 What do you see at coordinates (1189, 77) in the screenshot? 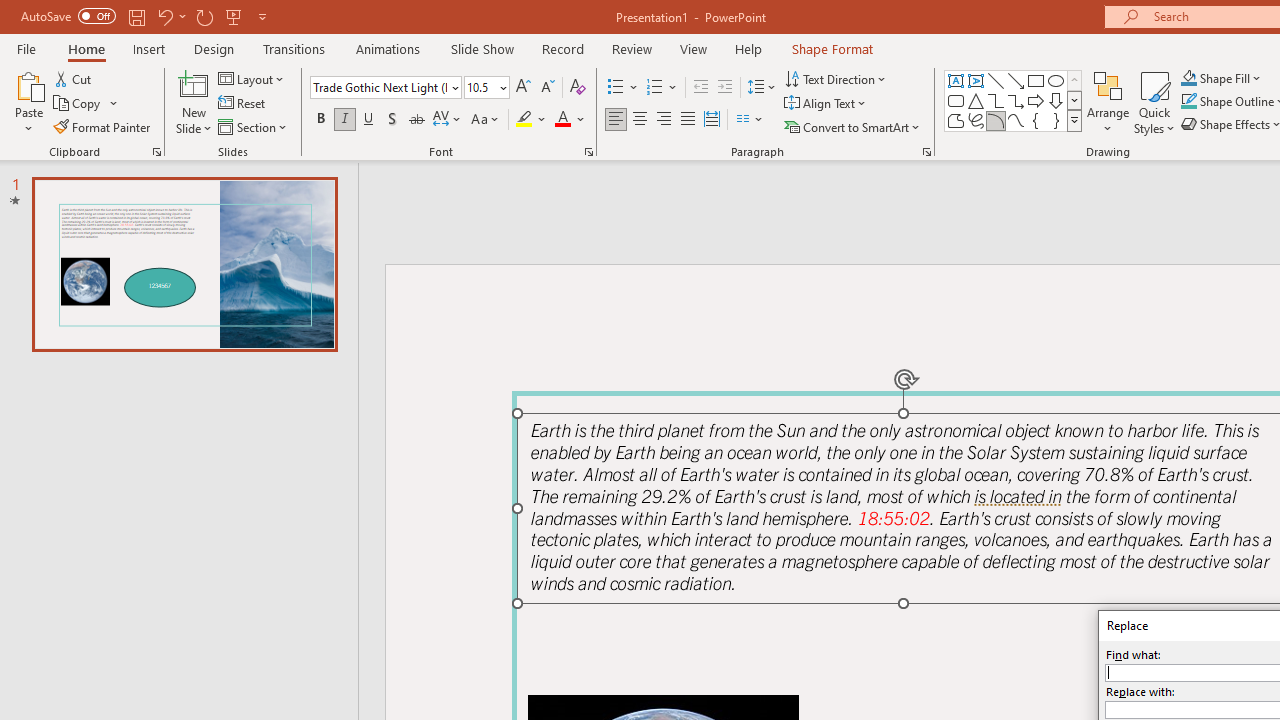
I see `'Shape Fill Aqua, Accent 2'` at bounding box center [1189, 77].